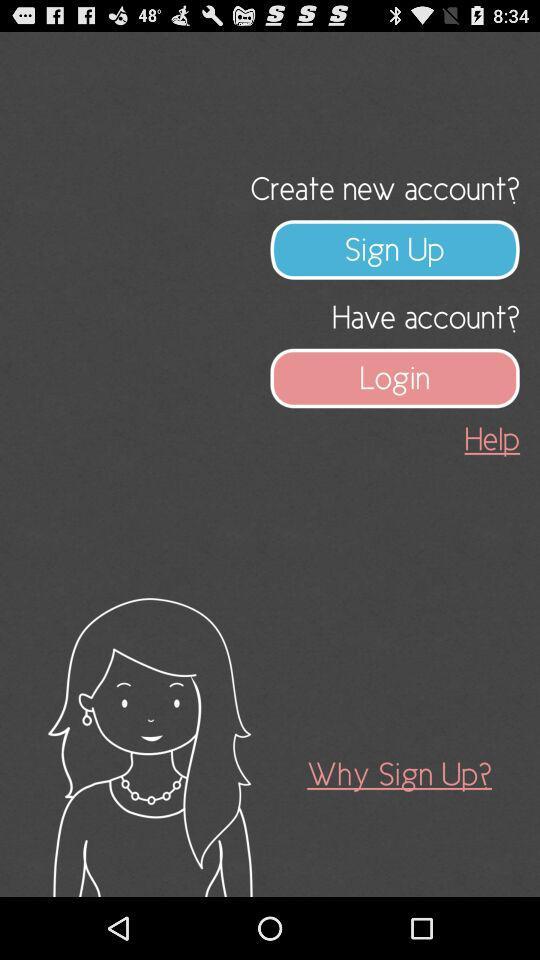 Image resolution: width=540 pixels, height=960 pixels. What do you see at coordinates (395, 377) in the screenshot?
I see `login` at bounding box center [395, 377].